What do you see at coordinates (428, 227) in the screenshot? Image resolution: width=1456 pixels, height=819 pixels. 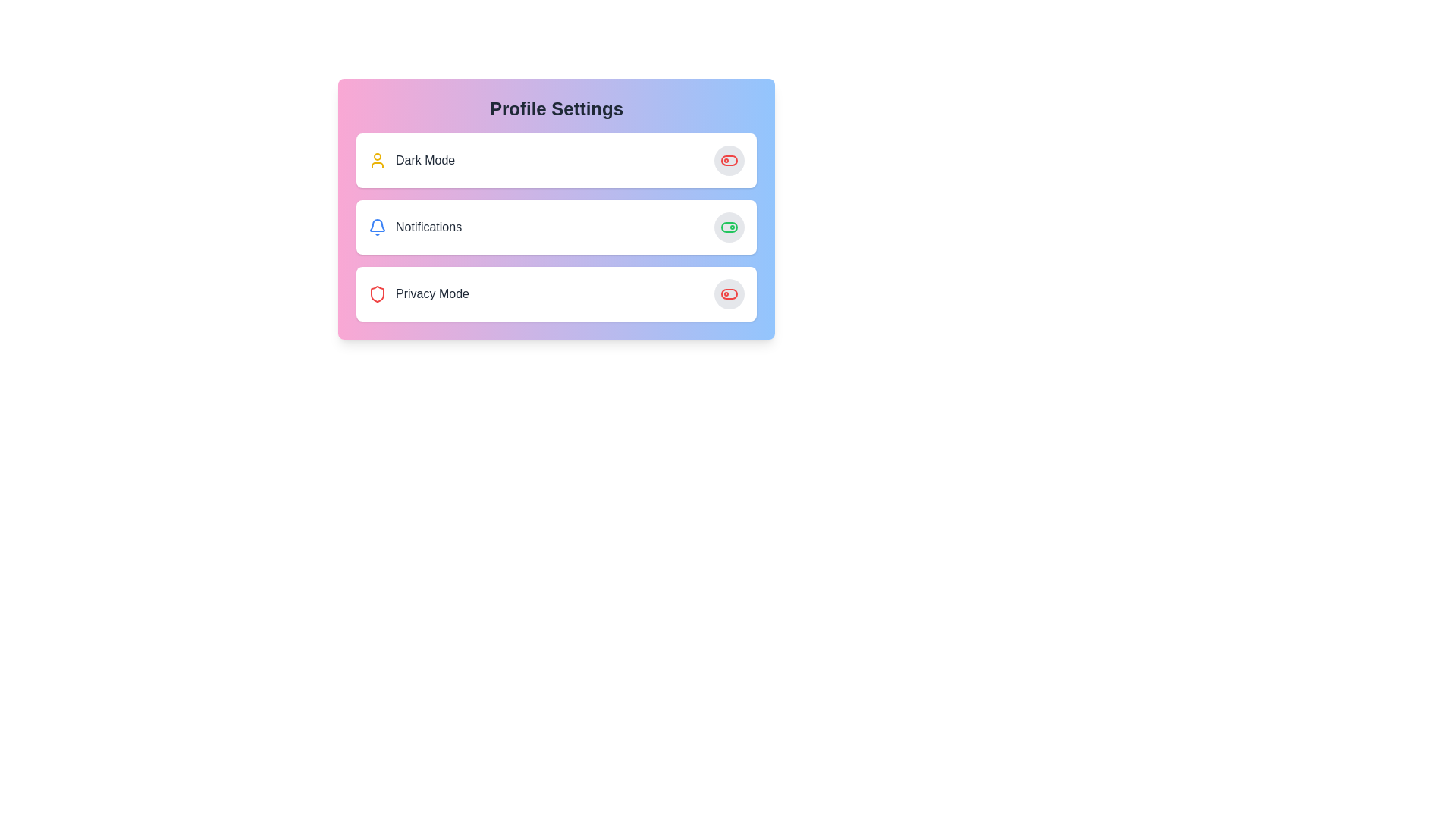 I see `'notifications' label text, which is the second textual component in the settings panel, located between 'Dark Mode' and 'Privacy Mode'` at bounding box center [428, 227].